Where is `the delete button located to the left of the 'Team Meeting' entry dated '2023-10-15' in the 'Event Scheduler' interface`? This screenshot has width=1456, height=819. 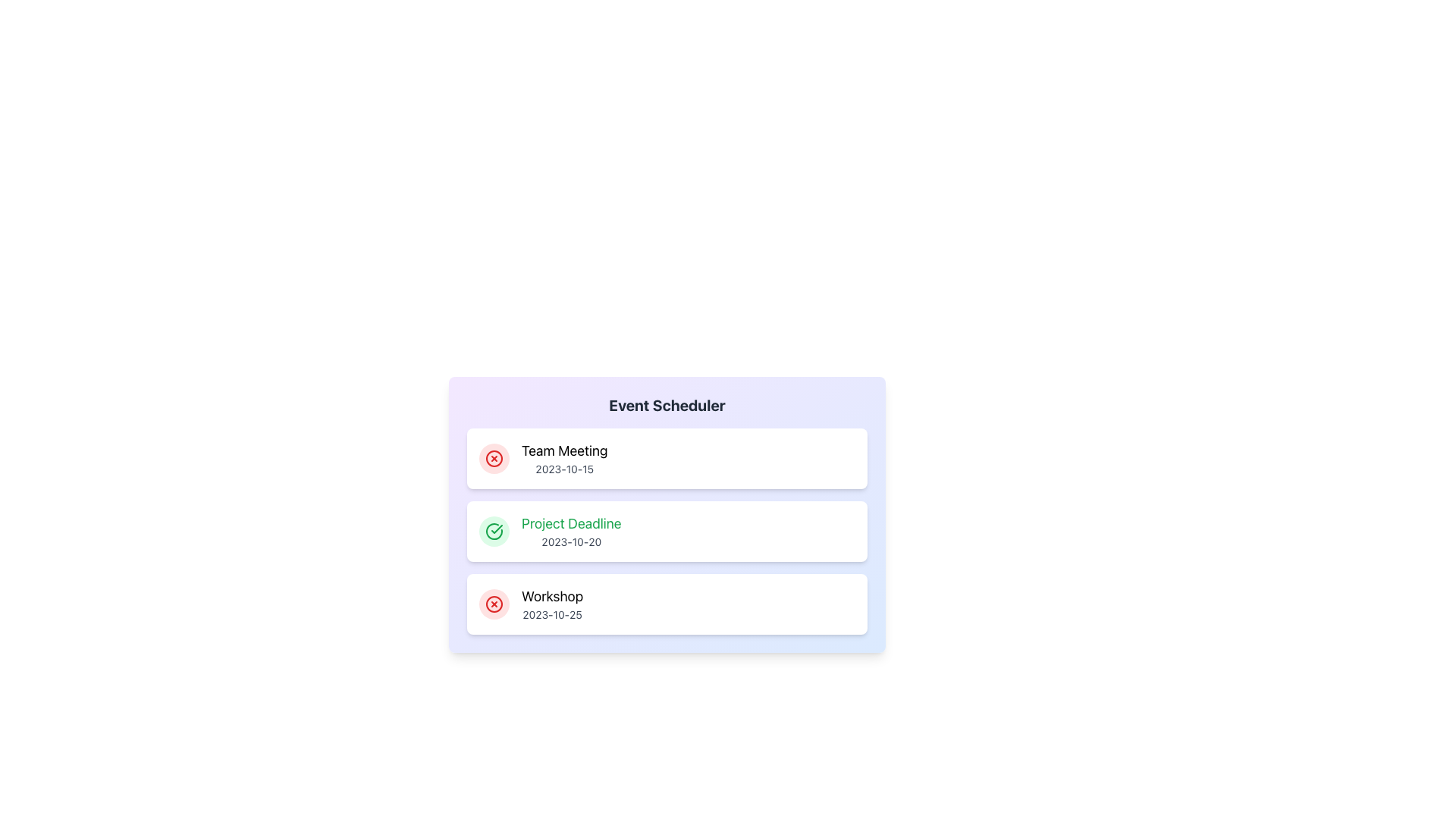 the delete button located to the left of the 'Team Meeting' entry dated '2023-10-15' in the 'Event Scheduler' interface is located at coordinates (494, 458).